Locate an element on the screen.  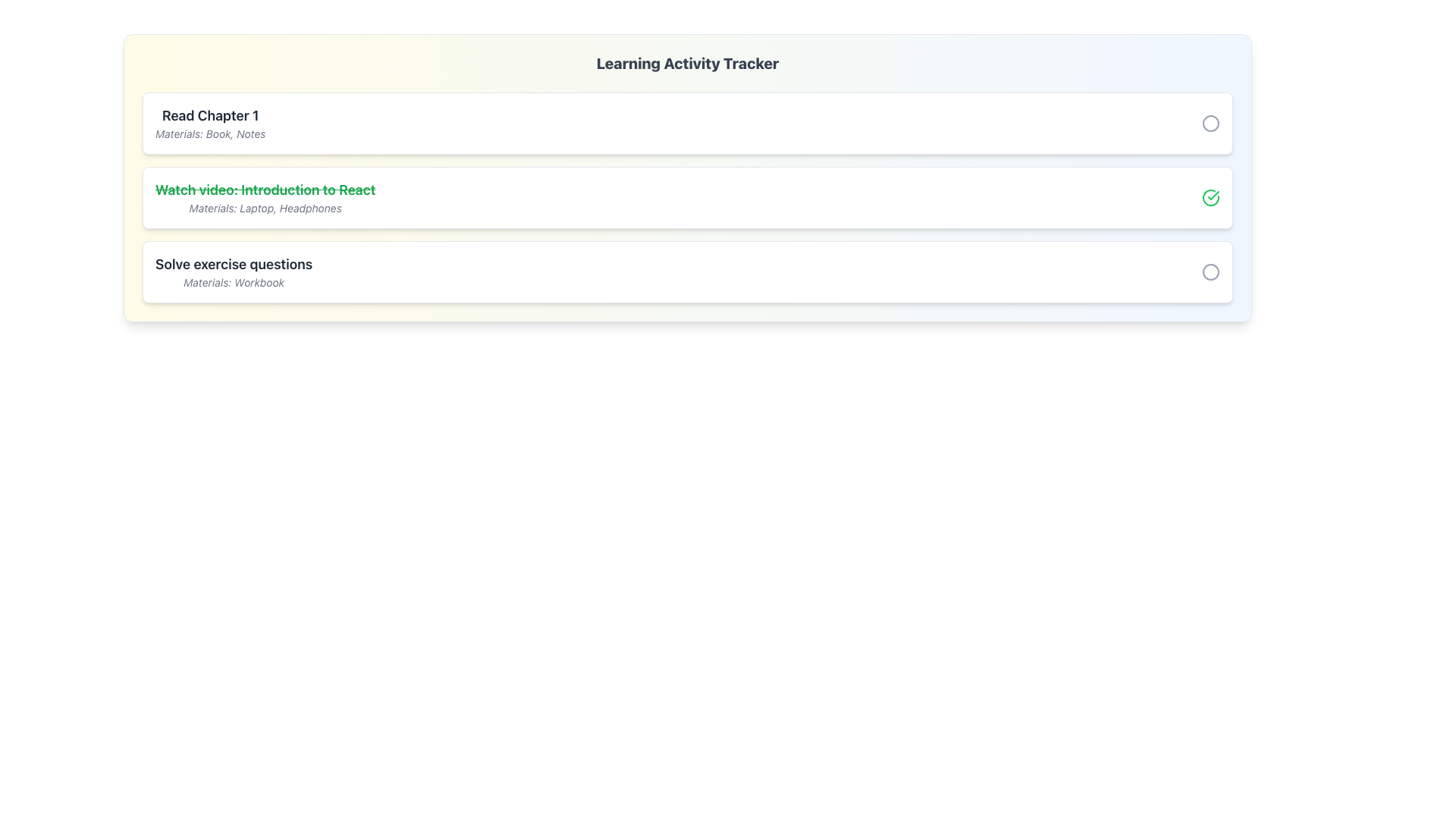
the small circular icon with an empty center and thin border located at the far-right side of the 'Solve exercise questions' row, near the text 'Materials: Workbook' is located at coordinates (1210, 271).